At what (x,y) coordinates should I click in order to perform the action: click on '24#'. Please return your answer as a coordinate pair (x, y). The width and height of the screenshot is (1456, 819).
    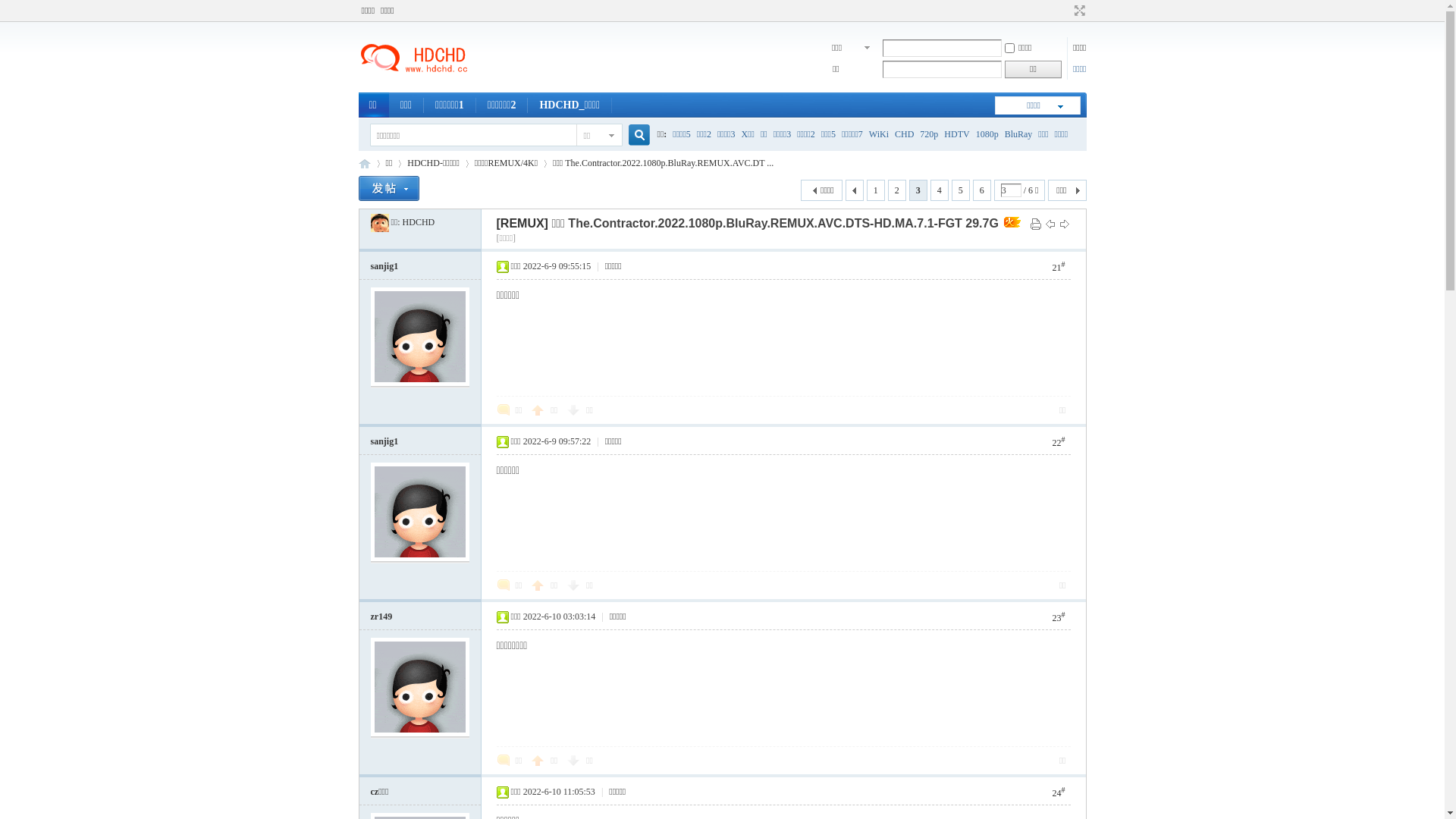
    Looking at the image, I should click on (1057, 791).